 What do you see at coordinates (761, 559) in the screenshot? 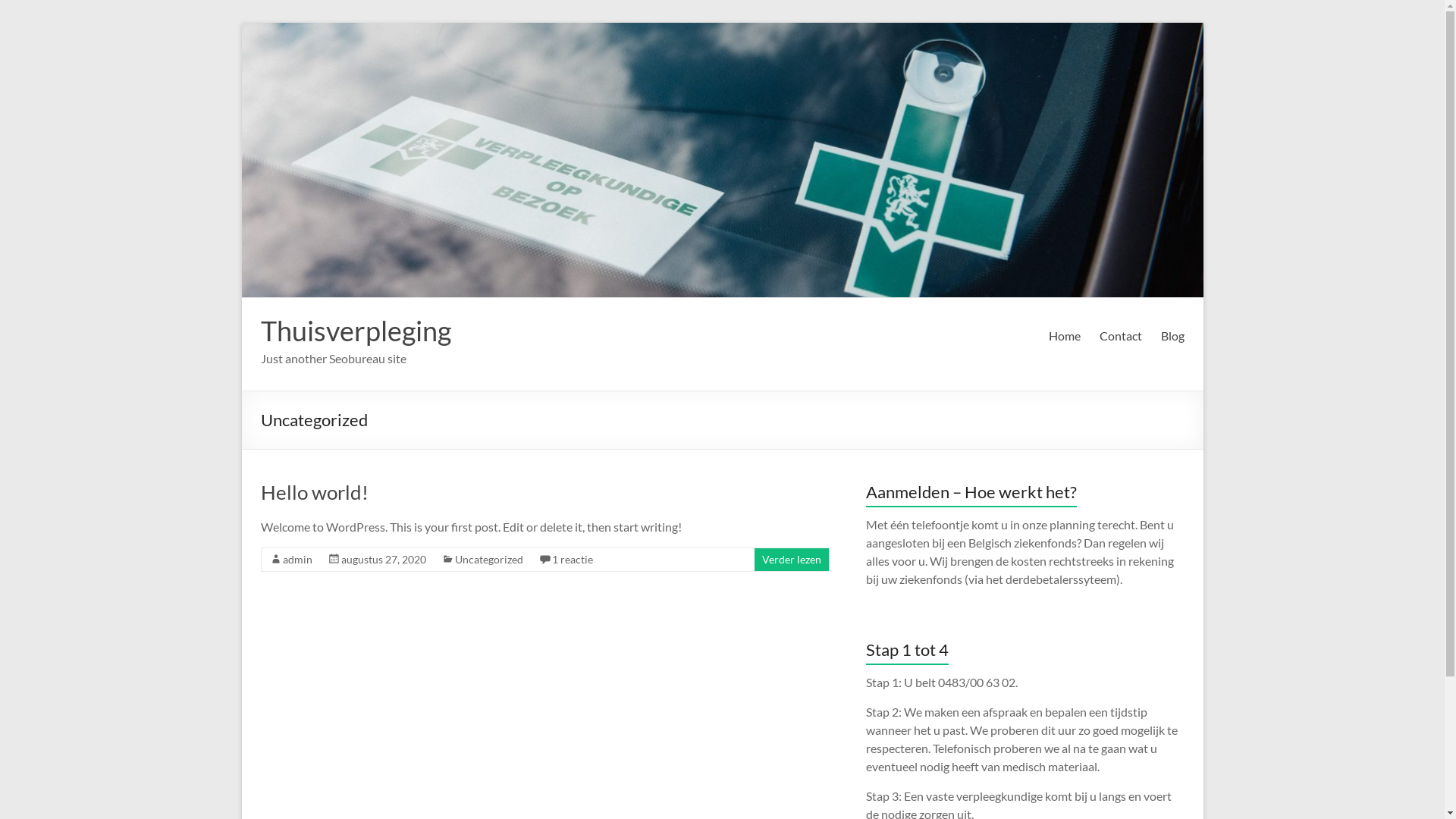
I see `'Verder lezen'` at bounding box center [761, 559].